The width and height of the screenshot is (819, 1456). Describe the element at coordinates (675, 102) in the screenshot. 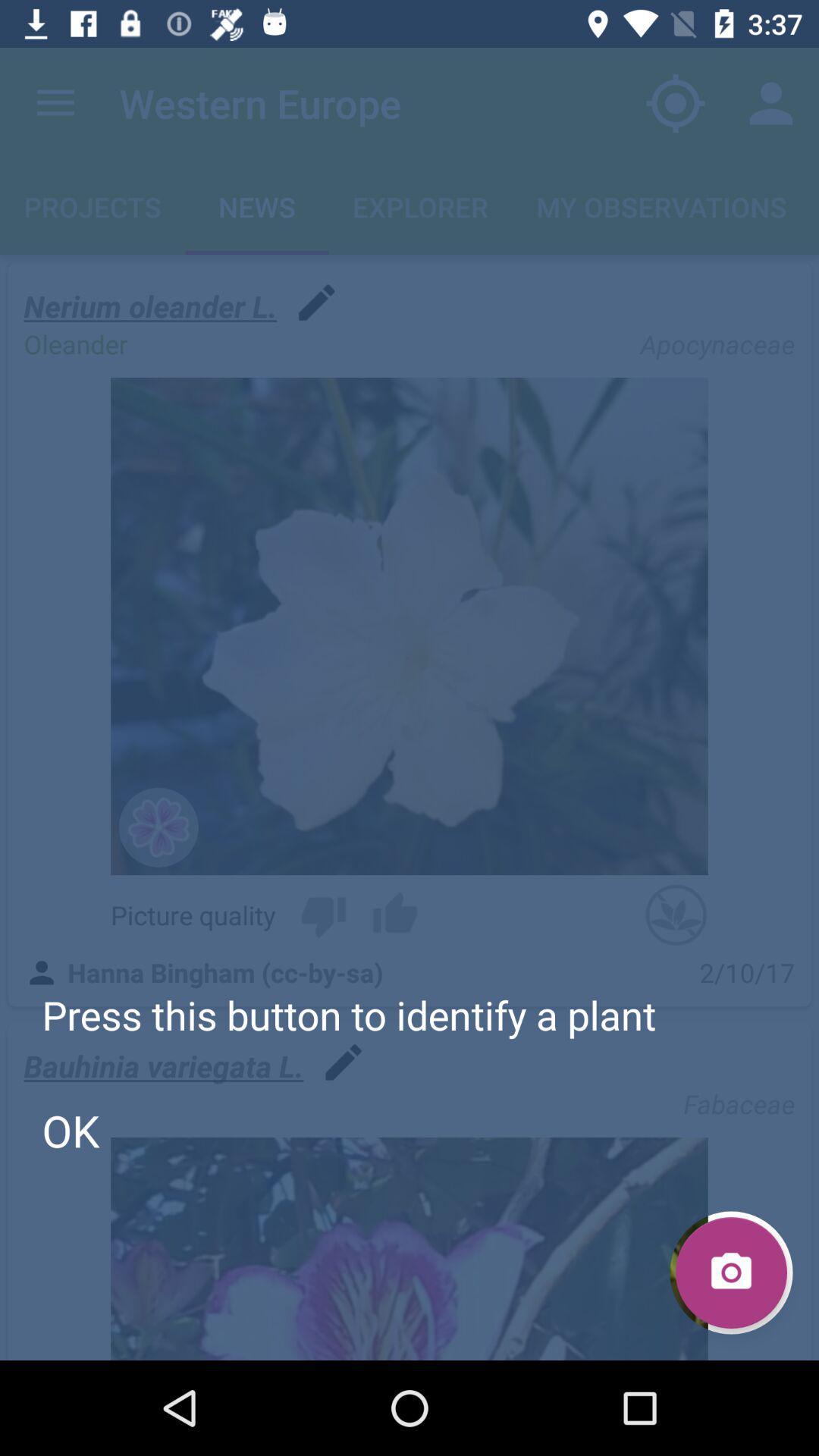

I see `item next to the western europe item` at that location.